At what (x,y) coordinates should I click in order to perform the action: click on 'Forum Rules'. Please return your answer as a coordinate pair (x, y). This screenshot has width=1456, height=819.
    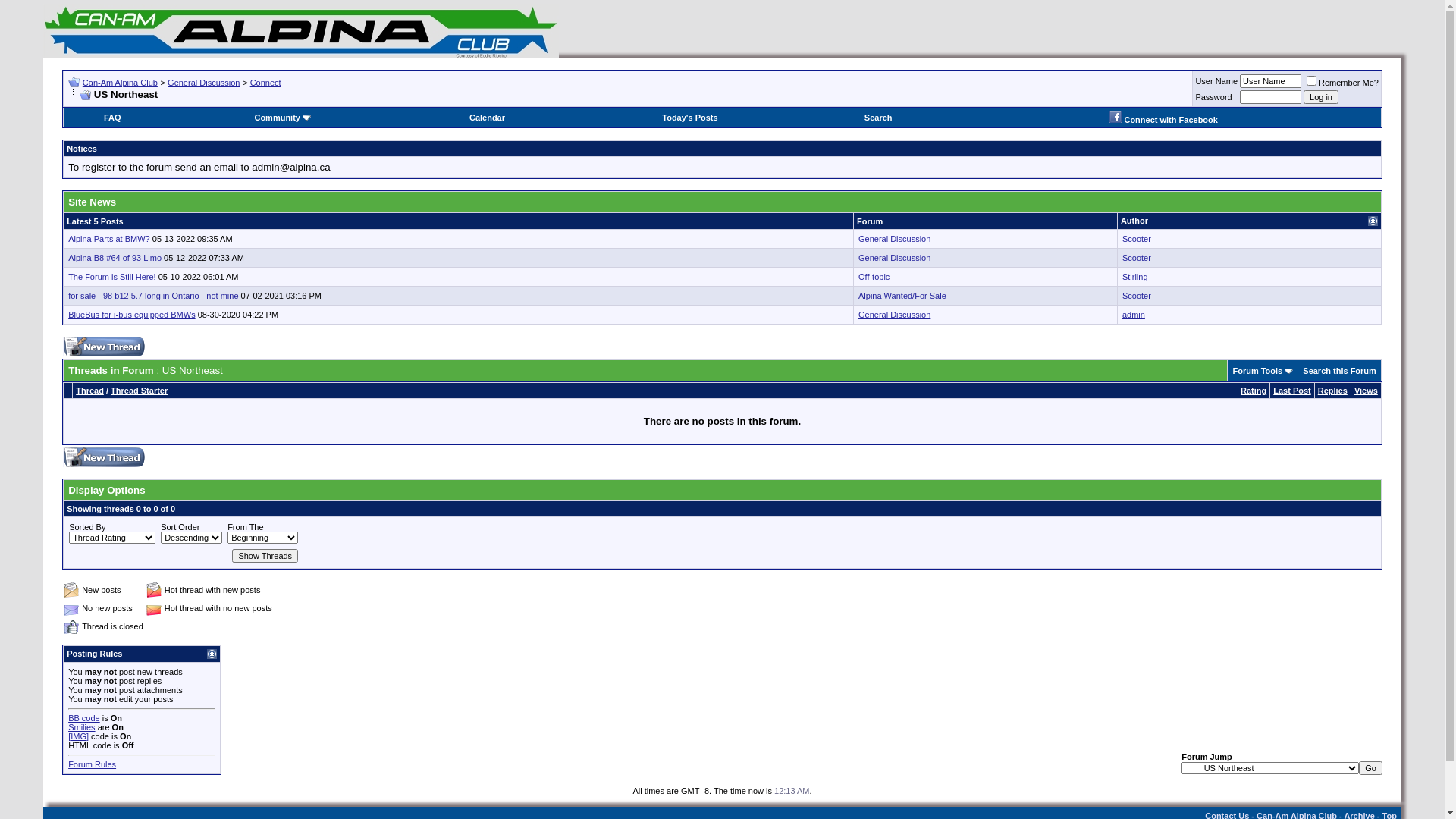
    Looking at the image, I should click on (91, 764).